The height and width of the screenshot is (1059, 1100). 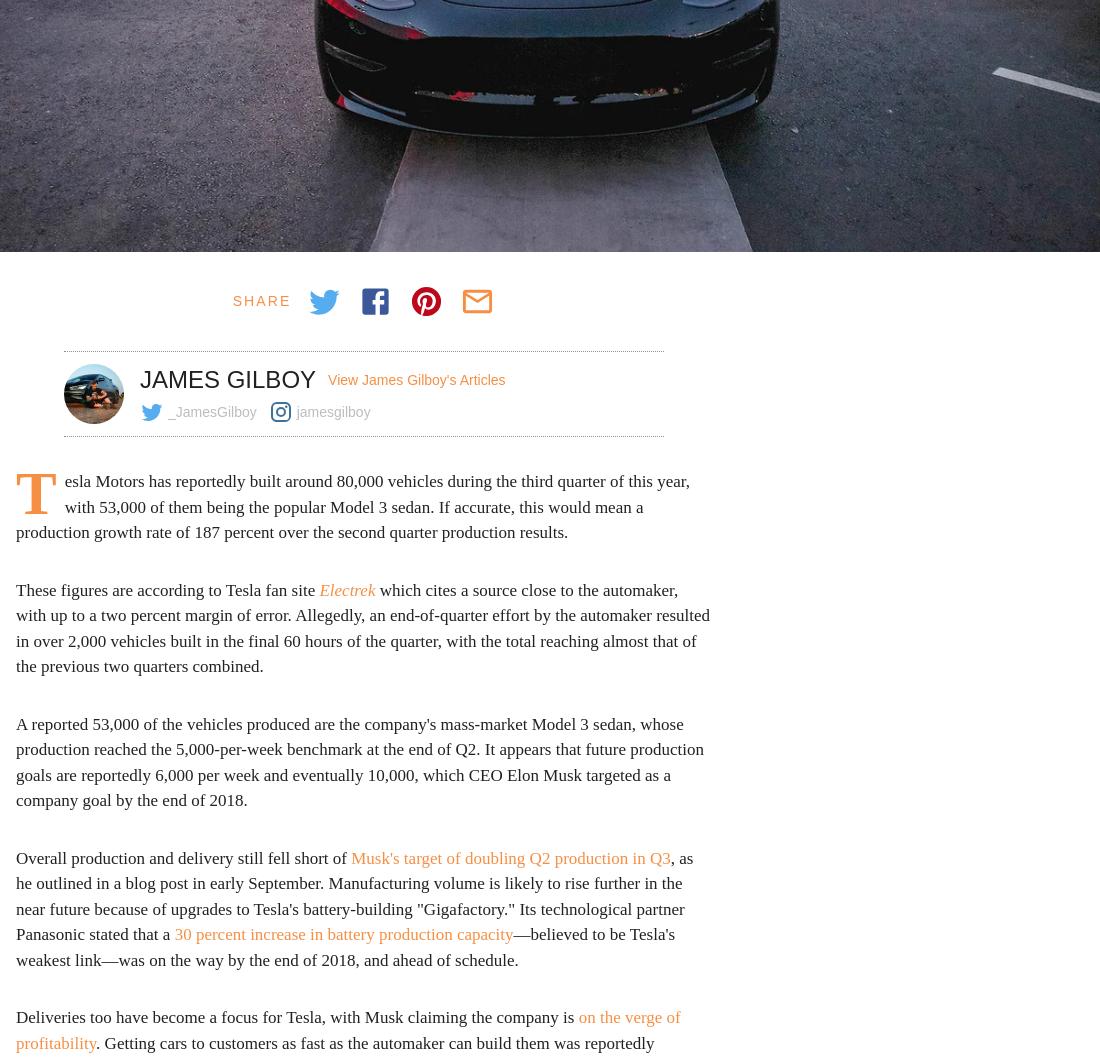 What do you see at coordinates (348, 1028) in the screenshot?
I see `'on the verge of profitability'` at bounding box center [348, 1028].